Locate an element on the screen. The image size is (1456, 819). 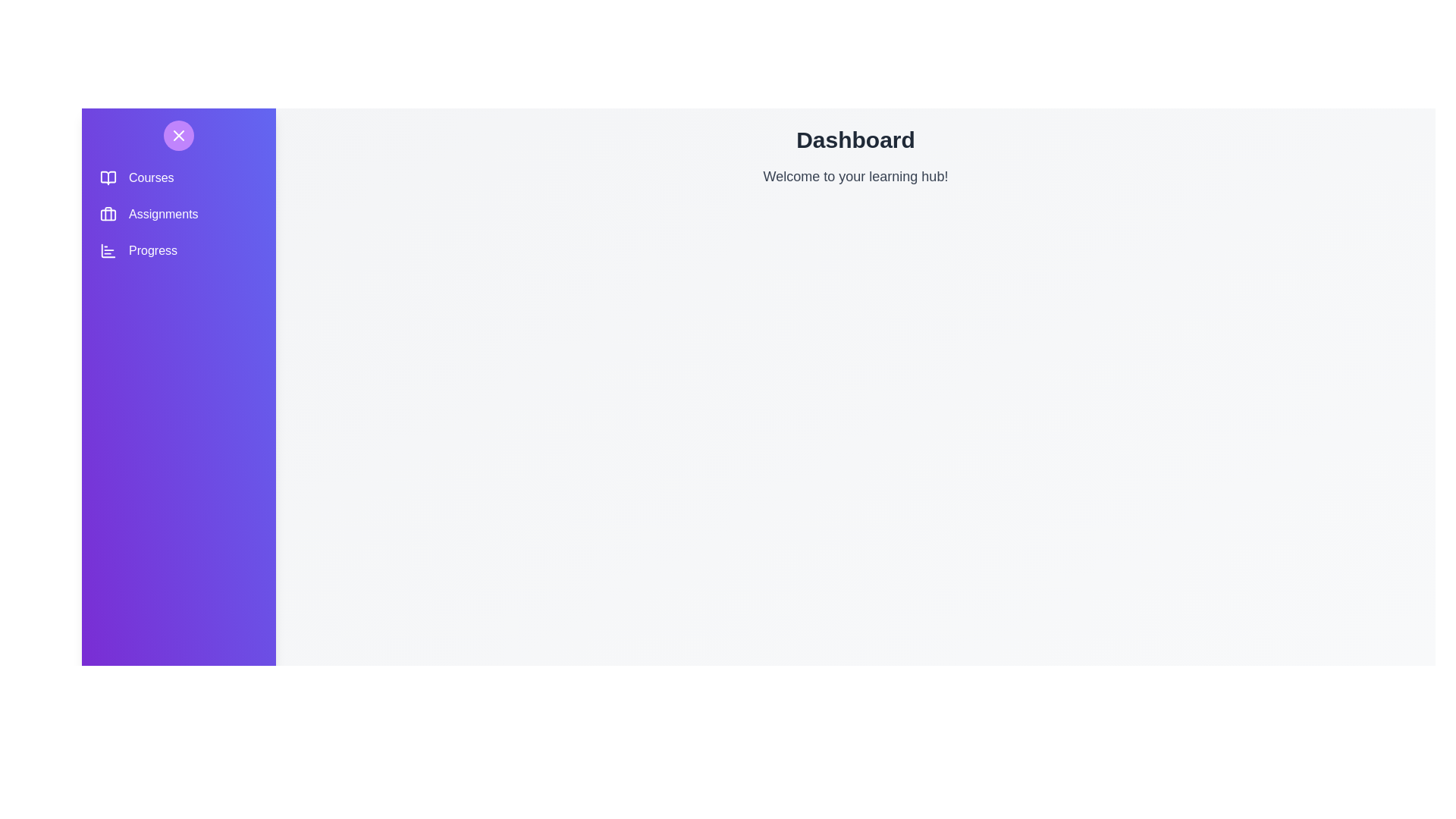
the navigation option Courses to navigate to the corresponding section is located at coordinates (178, 177).